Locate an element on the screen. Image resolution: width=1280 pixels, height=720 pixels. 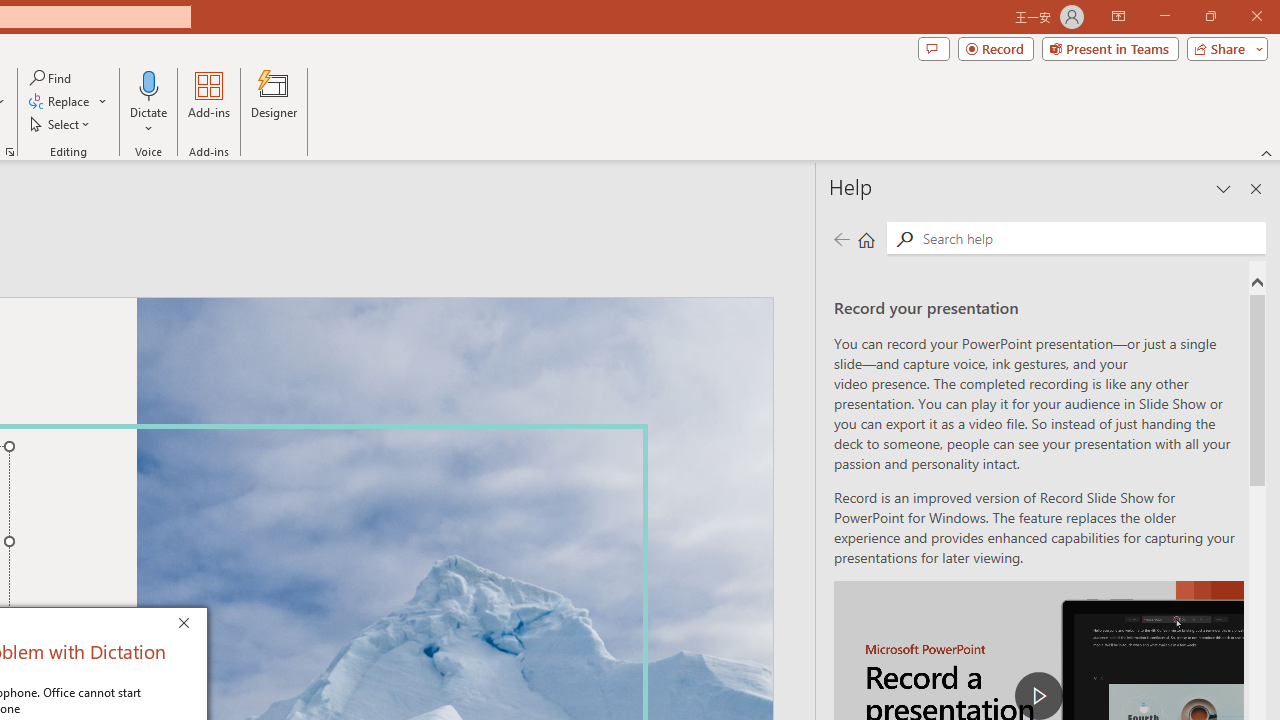
'Previous page' is located at coordinates (841, 238).